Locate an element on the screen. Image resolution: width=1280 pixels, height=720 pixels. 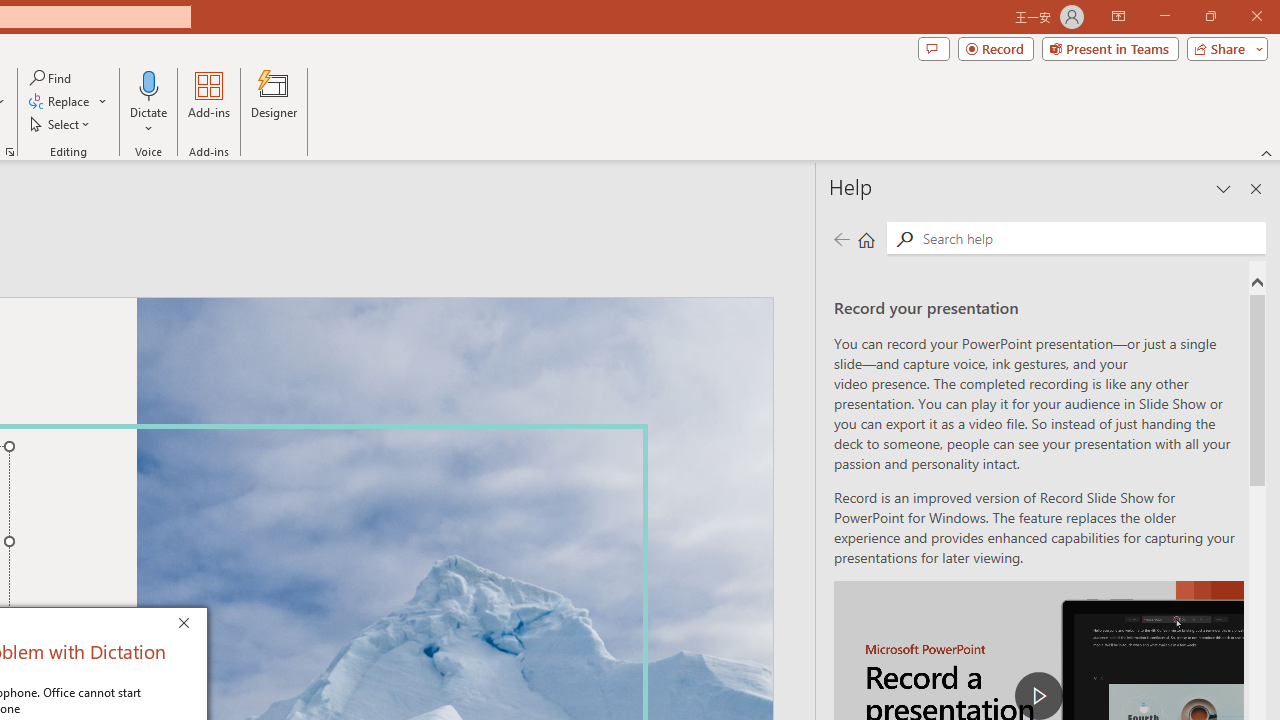
'Previous page' is located at coordinates (841, 238).